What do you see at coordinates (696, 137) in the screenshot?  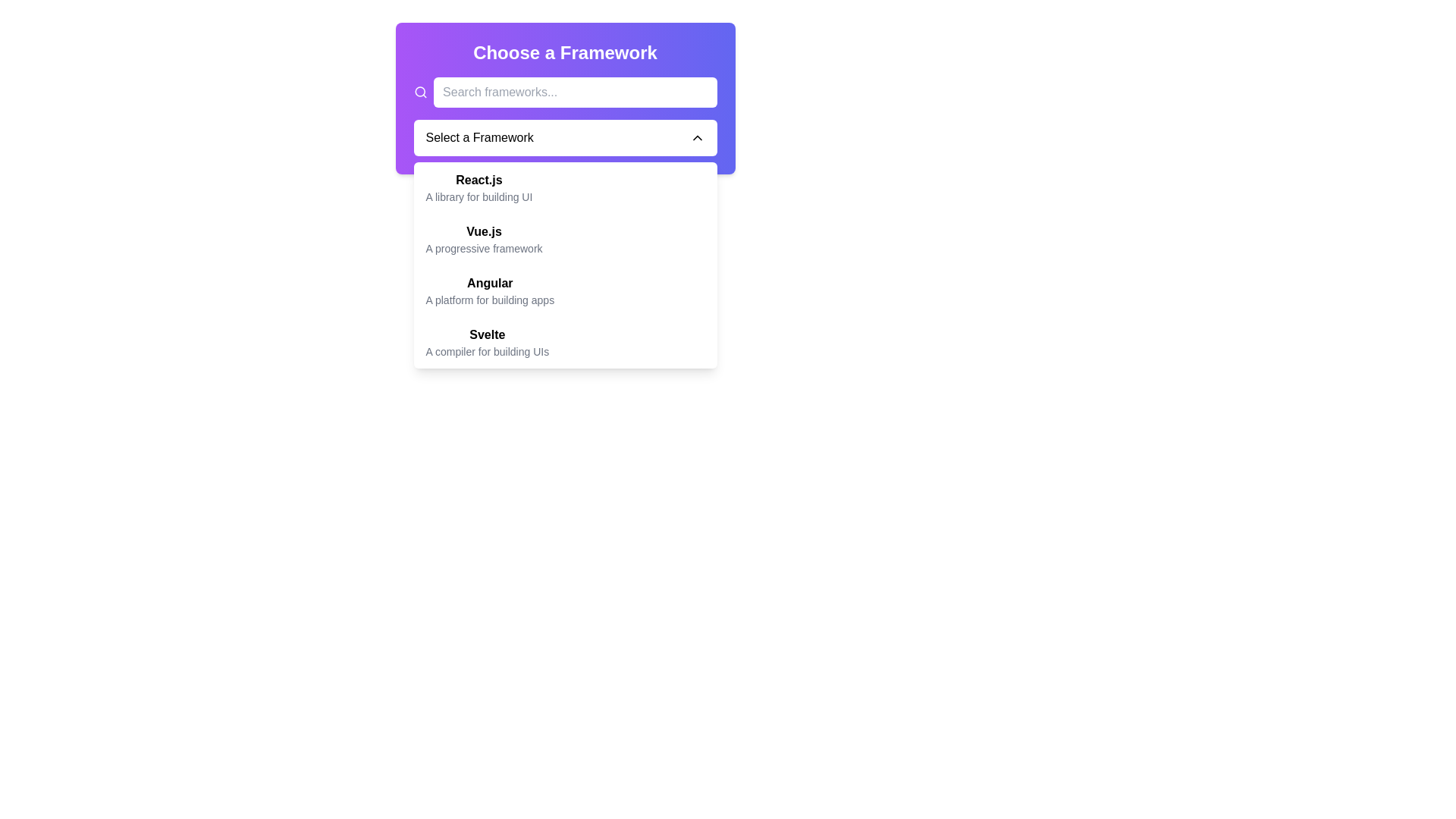 I see `the collapse icon located at the rightmost end of the 'Select a Framework' dropdown menu to hide its contents` at bounding box center [696, 137].